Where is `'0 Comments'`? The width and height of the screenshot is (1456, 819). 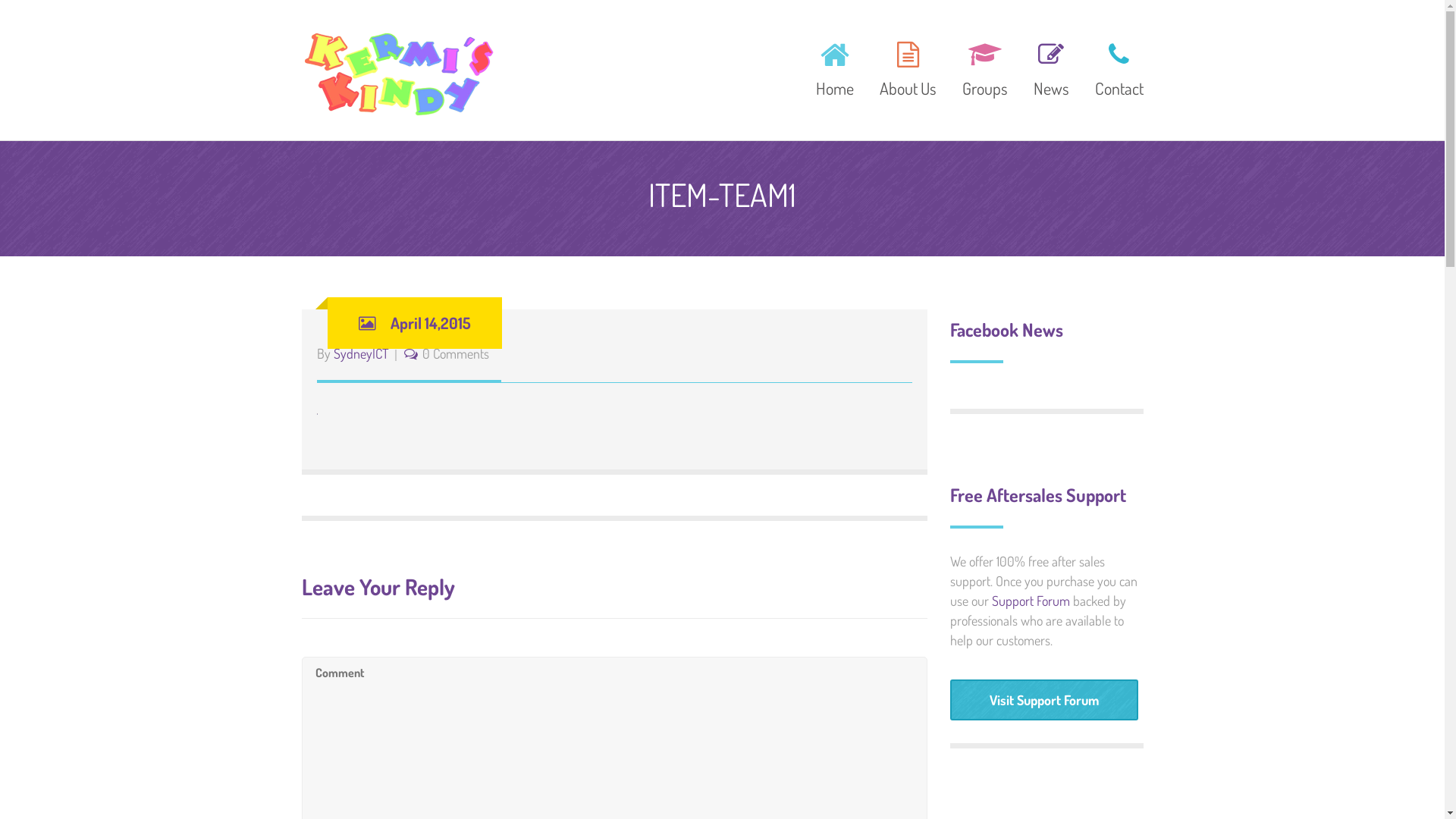
'0 Comments' is located at coordinates (454, 353).